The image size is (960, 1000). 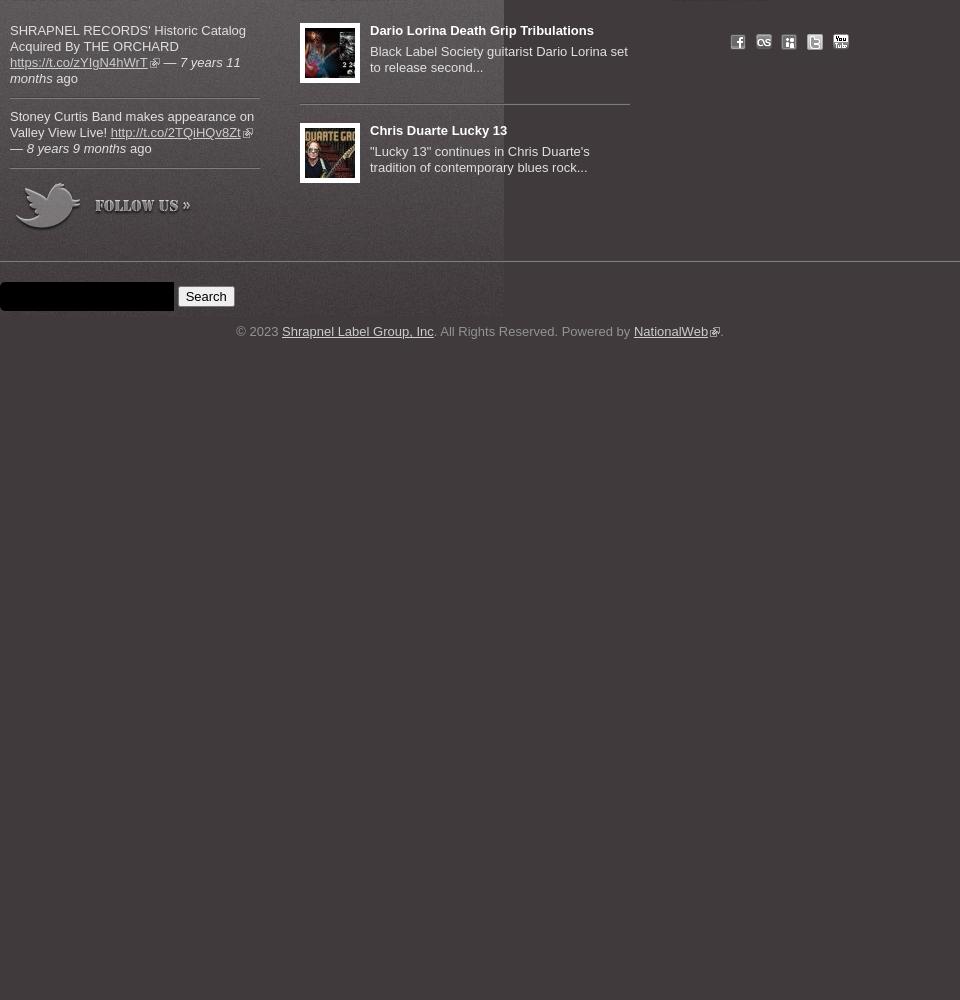 What do you see at coordinates (126, 38) in the screenshot?
I see `'SHRAPNEL RECORDS' Historic Catalog Acquired By THE ORCHARD'` at bounding box center [126, 38].